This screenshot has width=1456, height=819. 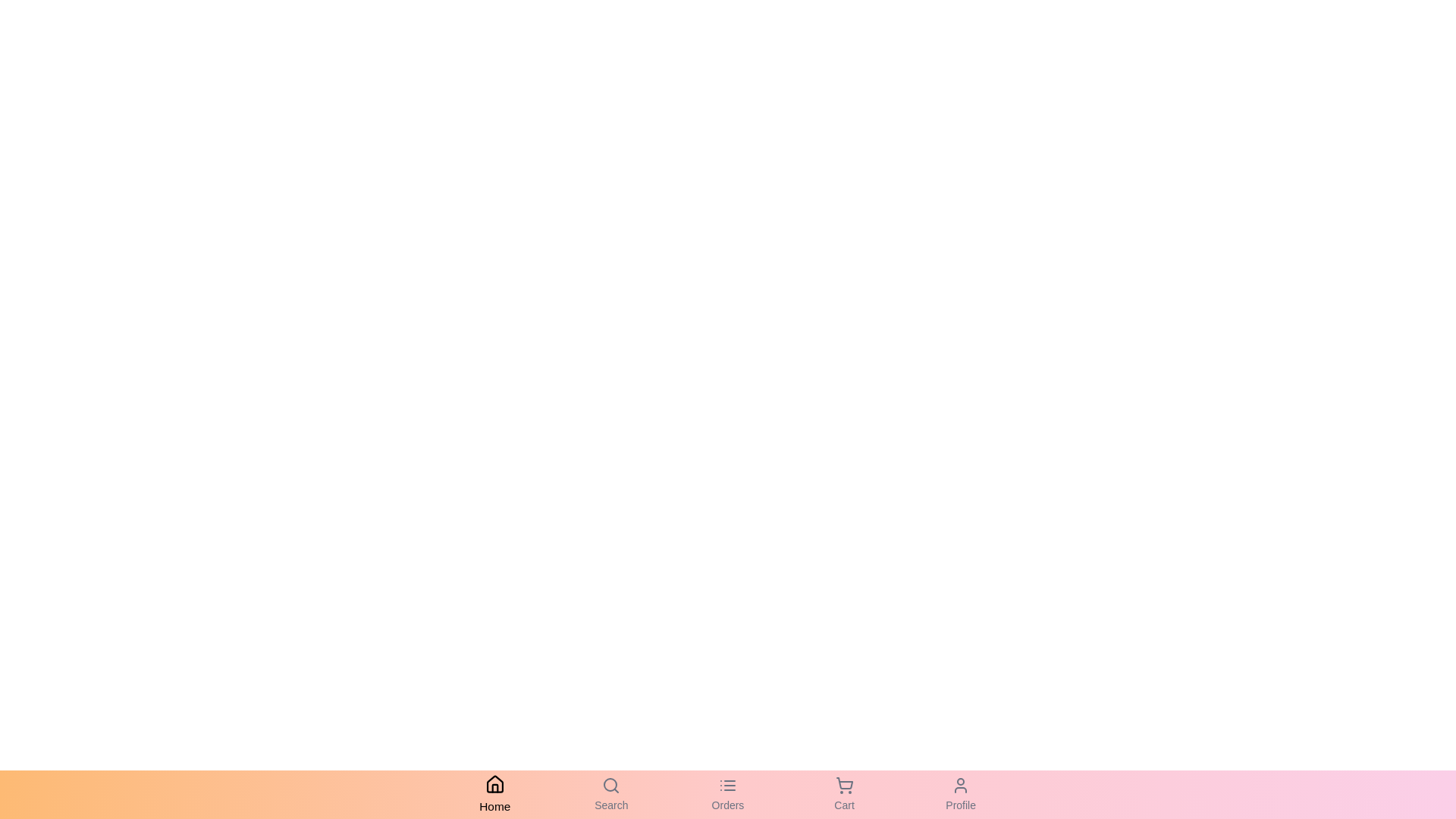 I want to click on the Cart navigation tab, so click(x=843, y=794).